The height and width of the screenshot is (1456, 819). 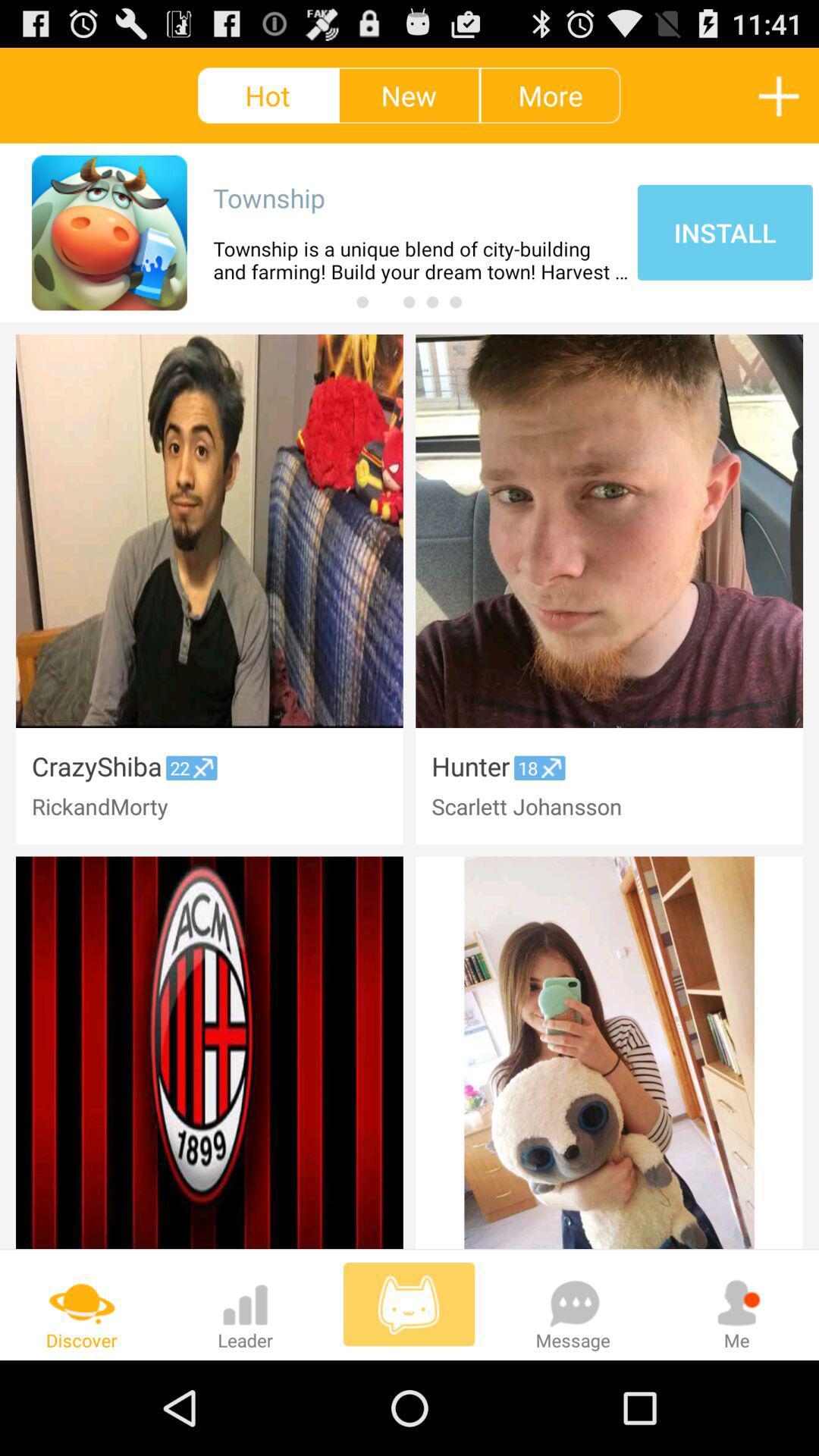 What do you see at coordinates (408, 1303) in the screenshot?
I see `cat symbol` at bounding box center [408, 1303].